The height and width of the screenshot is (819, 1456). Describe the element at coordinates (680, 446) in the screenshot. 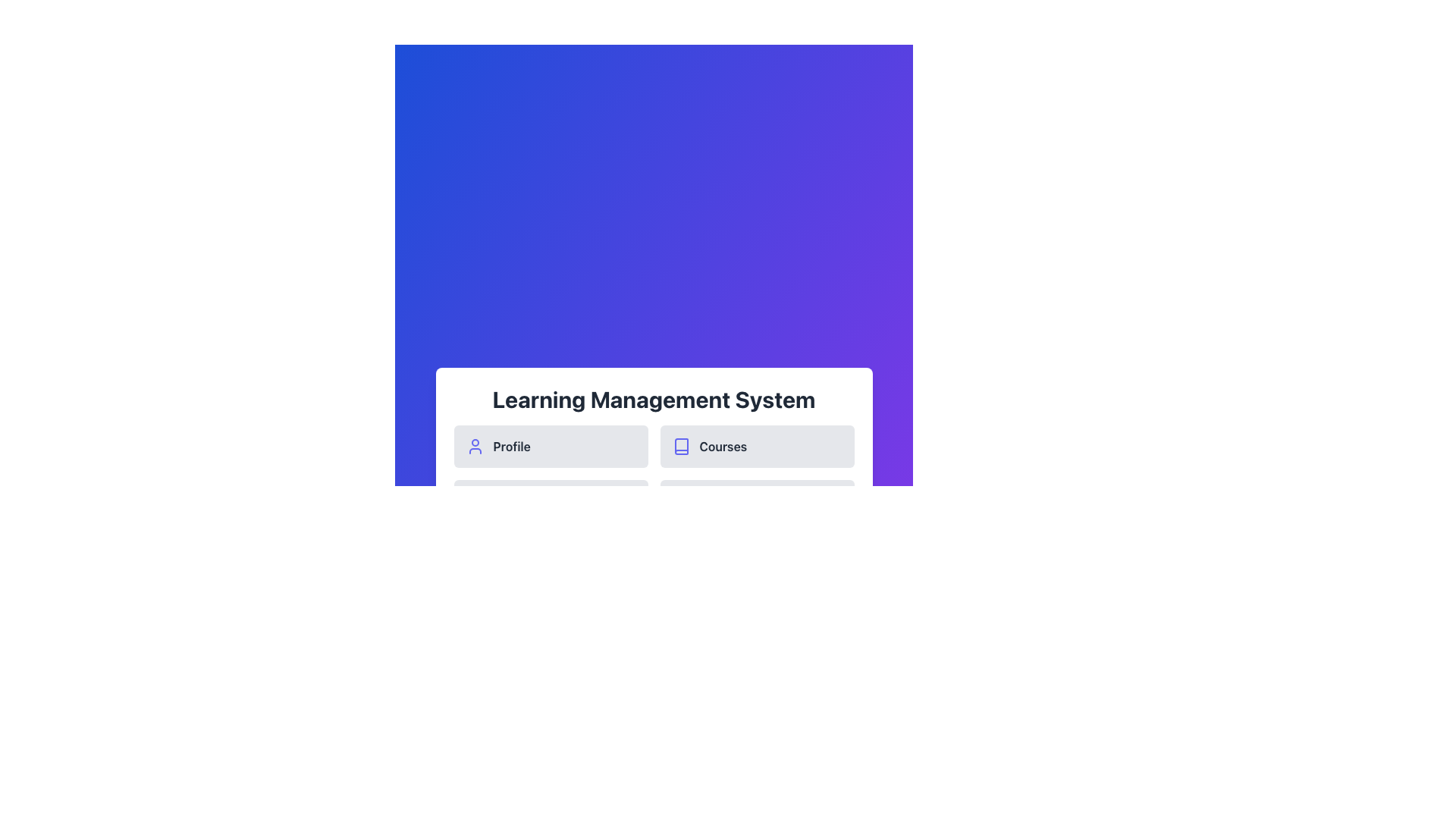

I see `the 'Courses' icon located in the lower section of the interface, positioned to the left of its text label` at that location.